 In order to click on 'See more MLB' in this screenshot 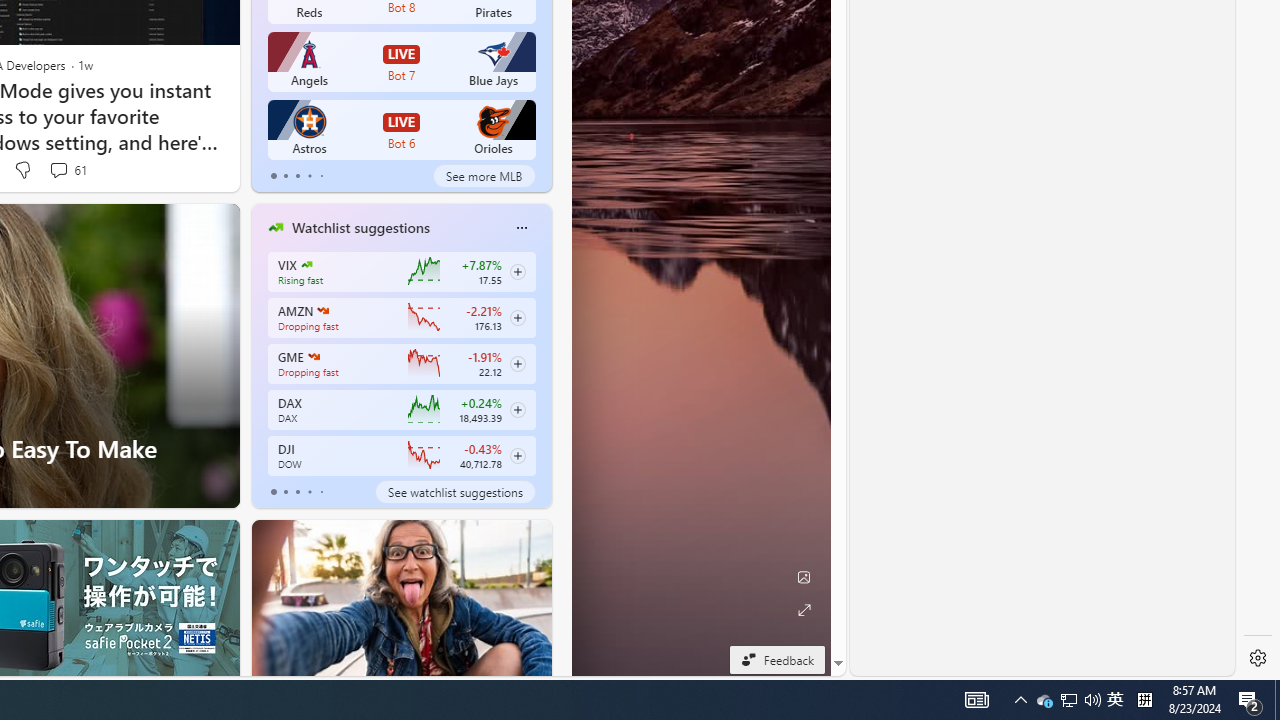, I will do `click(484, 175)`.